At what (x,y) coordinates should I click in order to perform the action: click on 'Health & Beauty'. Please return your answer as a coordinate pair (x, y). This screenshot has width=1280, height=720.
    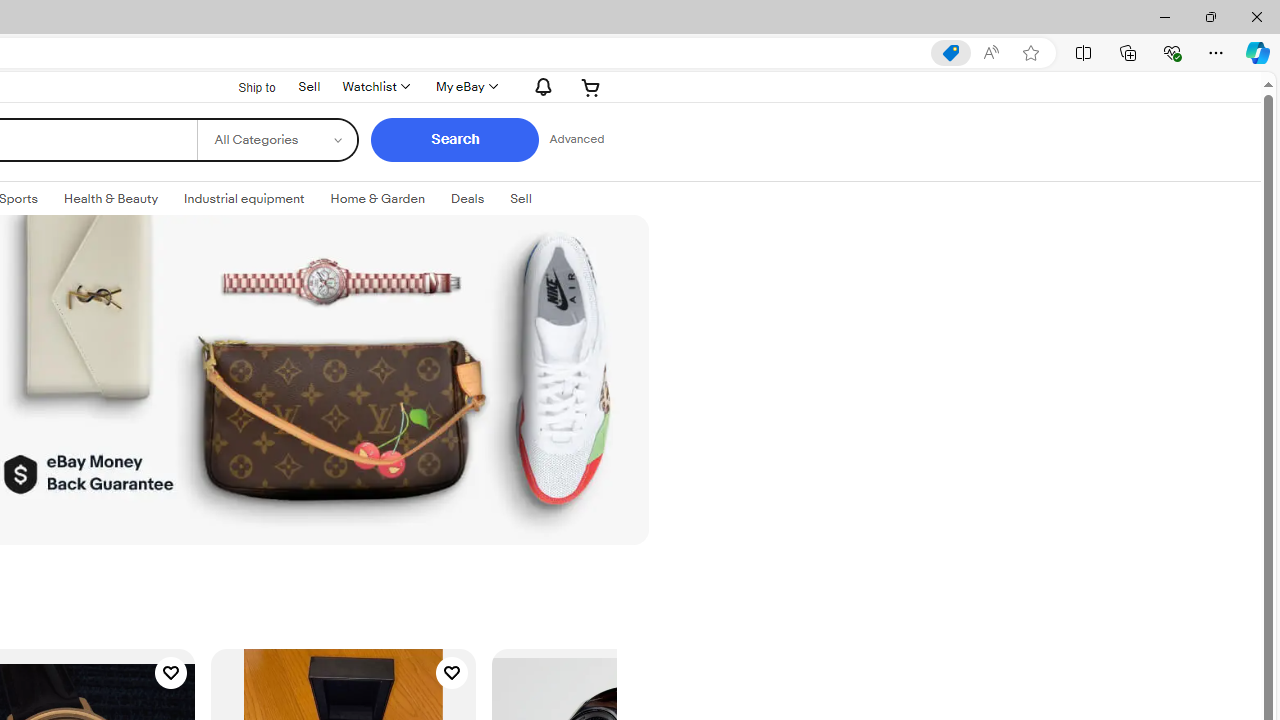
    Looking at the image, I should click on (110, 199).